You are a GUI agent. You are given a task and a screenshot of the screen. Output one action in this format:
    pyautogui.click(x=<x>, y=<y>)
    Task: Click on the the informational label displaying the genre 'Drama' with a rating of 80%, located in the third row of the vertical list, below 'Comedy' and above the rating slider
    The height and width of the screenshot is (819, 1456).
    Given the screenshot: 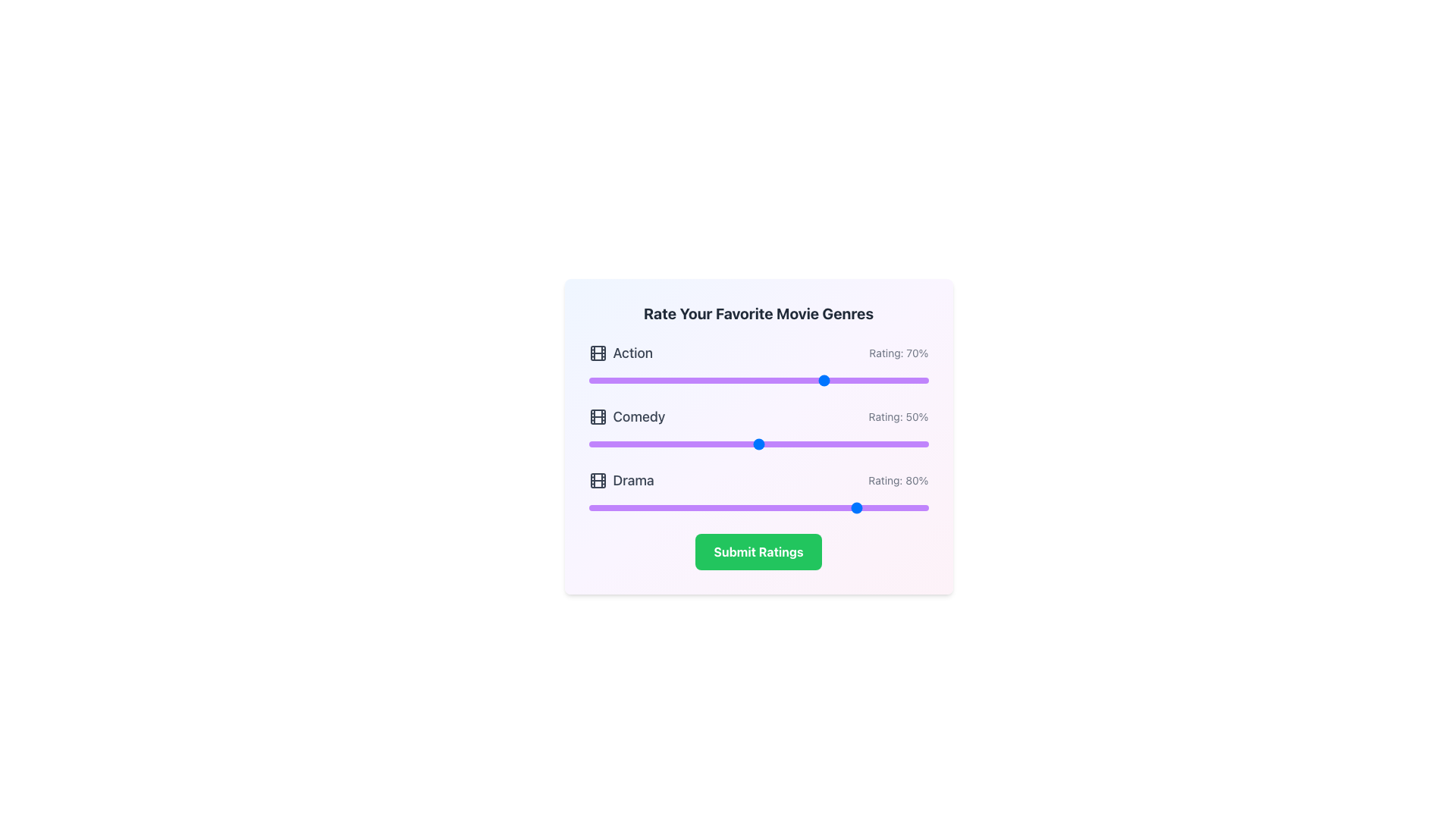 What is the action you would take?
    pyautogui.click(x=758, y=480)
    